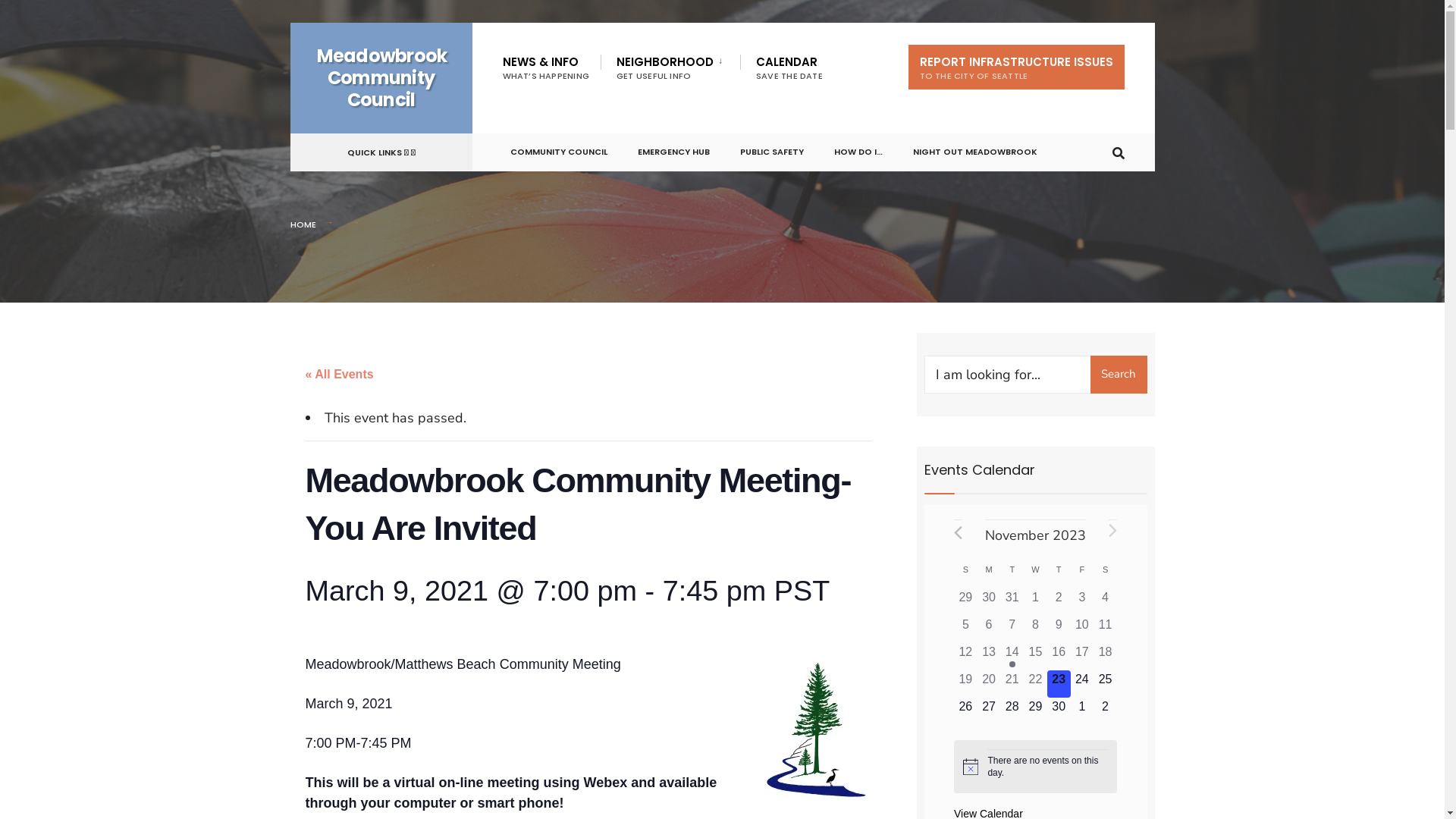  What do you see at coordinates (1119, 374) in the screenshot?
I see `'Search'` at bounding box center [1119, 374].